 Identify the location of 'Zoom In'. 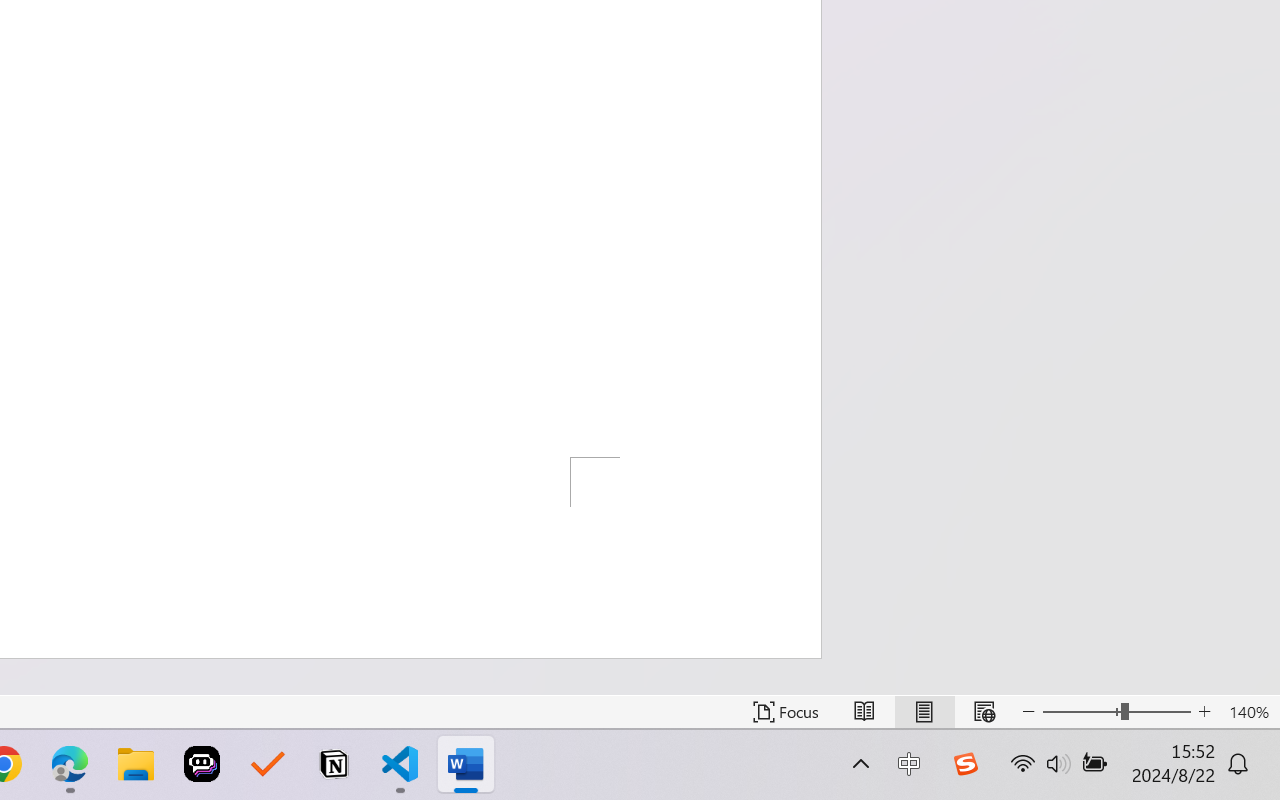
(1204, 711).